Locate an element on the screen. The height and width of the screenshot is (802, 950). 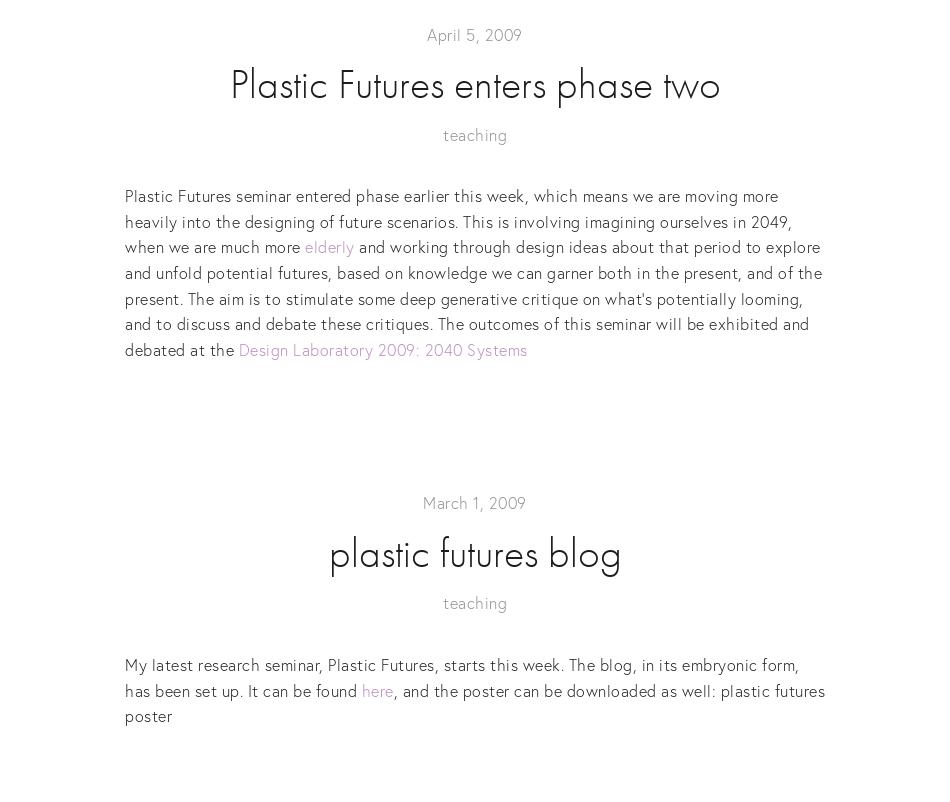
'and working through design ideas about that period to explore and unfold potential futures, based on knowledge we can garner both in the present, and of the present. The aim is to stimulate some deep generative critique on what's potentially looming, and to discuss and debate these critiques.
The outcomes of this seminar will be exhibited and debated at the' is located at coordinates (472, 296).